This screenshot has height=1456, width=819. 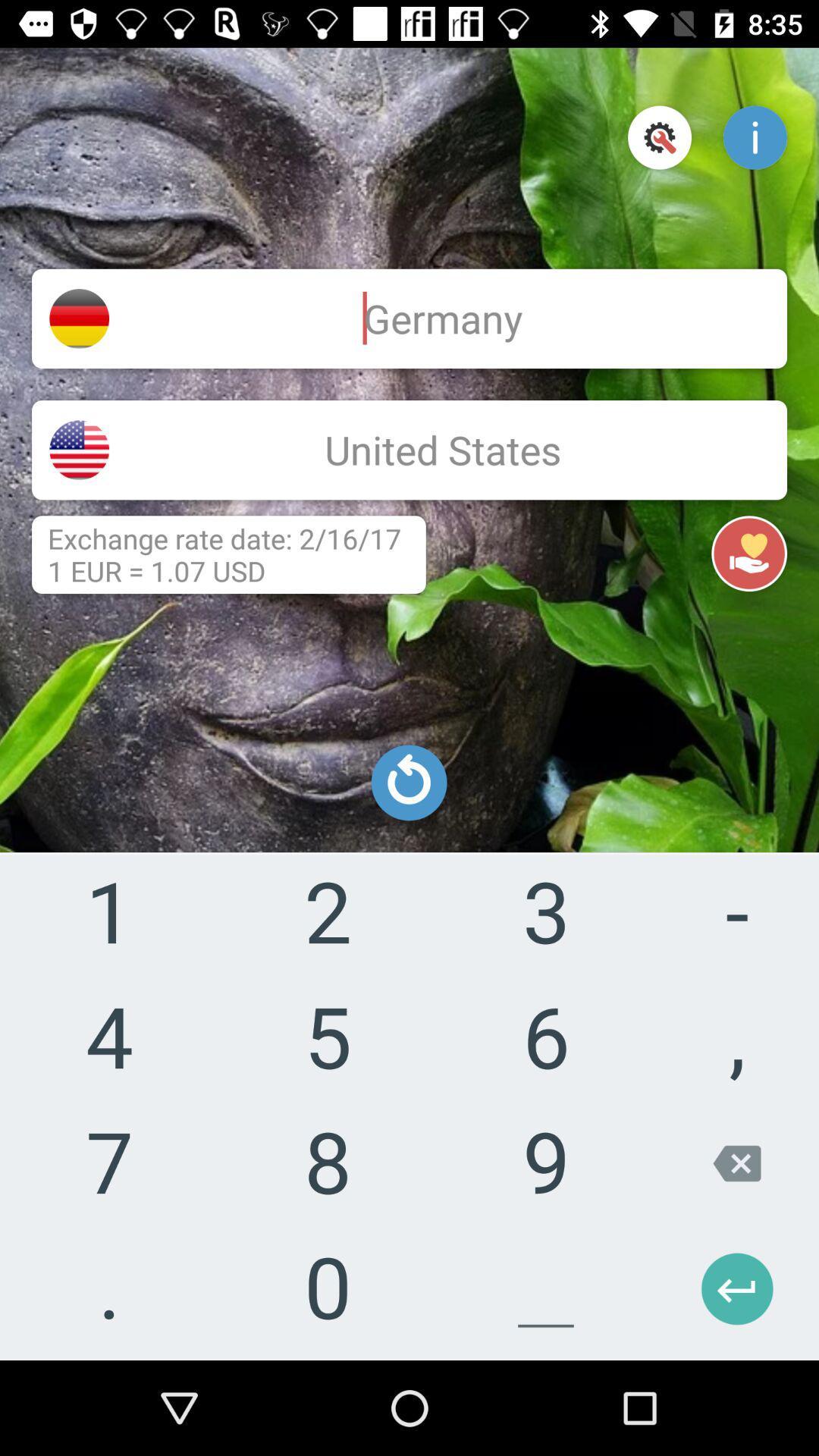 I want to click on the emoji icon, so click(x=703, y=1296).